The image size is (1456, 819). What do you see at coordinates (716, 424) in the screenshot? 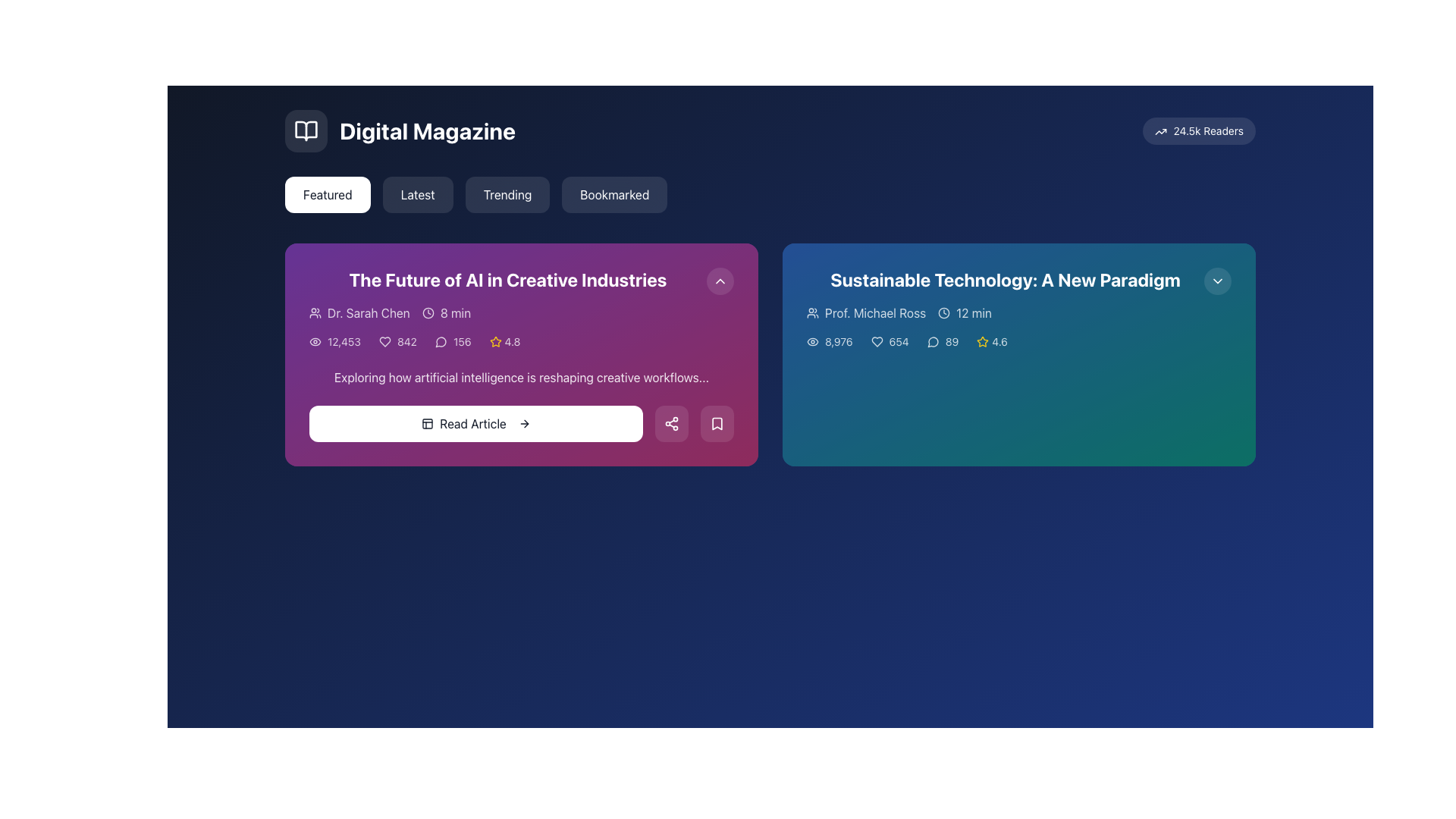
I see `the bookmark-shaped button with a white border on a semi-transparent purple background to bookmark the article, which is located to the right of the 'Read Article' button in the horizontal group of buttons` at bounding box center [716, 424].